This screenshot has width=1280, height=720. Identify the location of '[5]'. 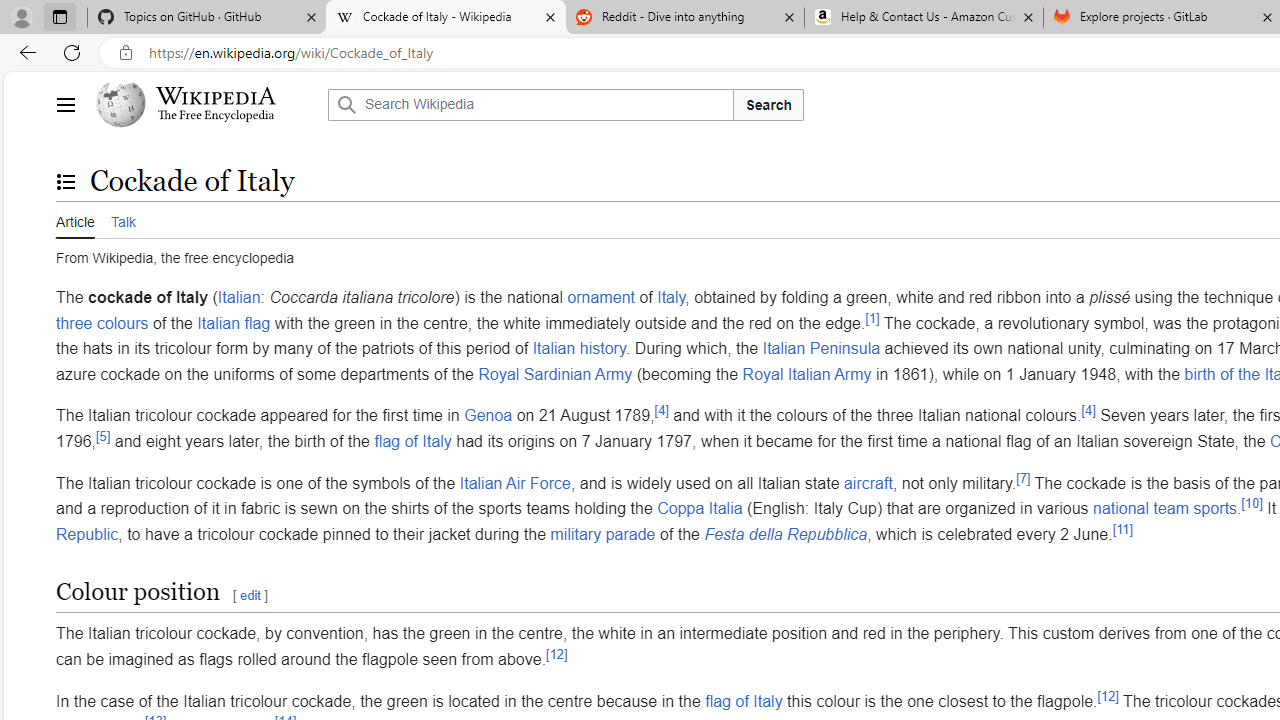
(102, 434).